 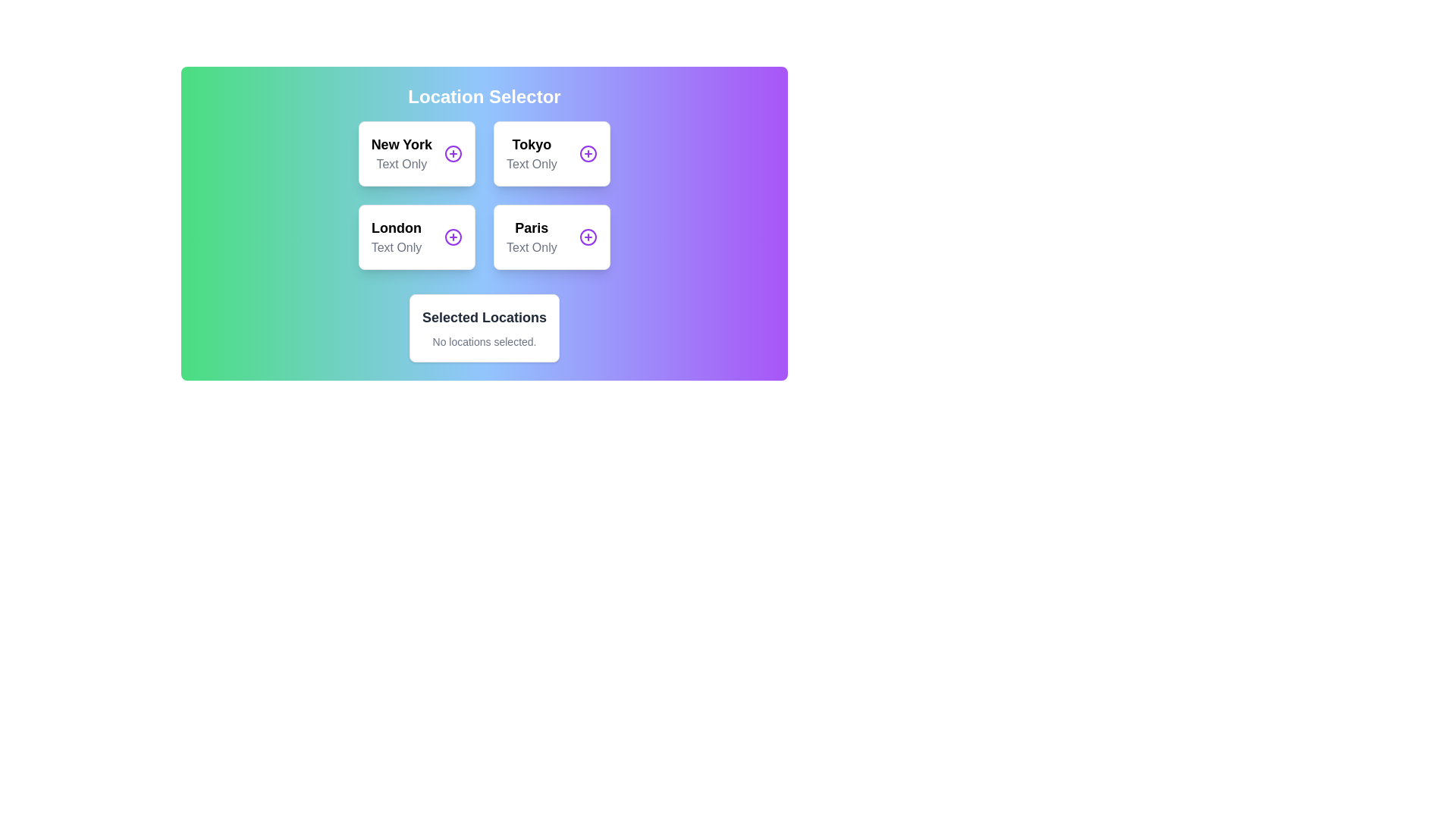 I want to click on the 'New York' interactive card located, so click(x=416, y=154).